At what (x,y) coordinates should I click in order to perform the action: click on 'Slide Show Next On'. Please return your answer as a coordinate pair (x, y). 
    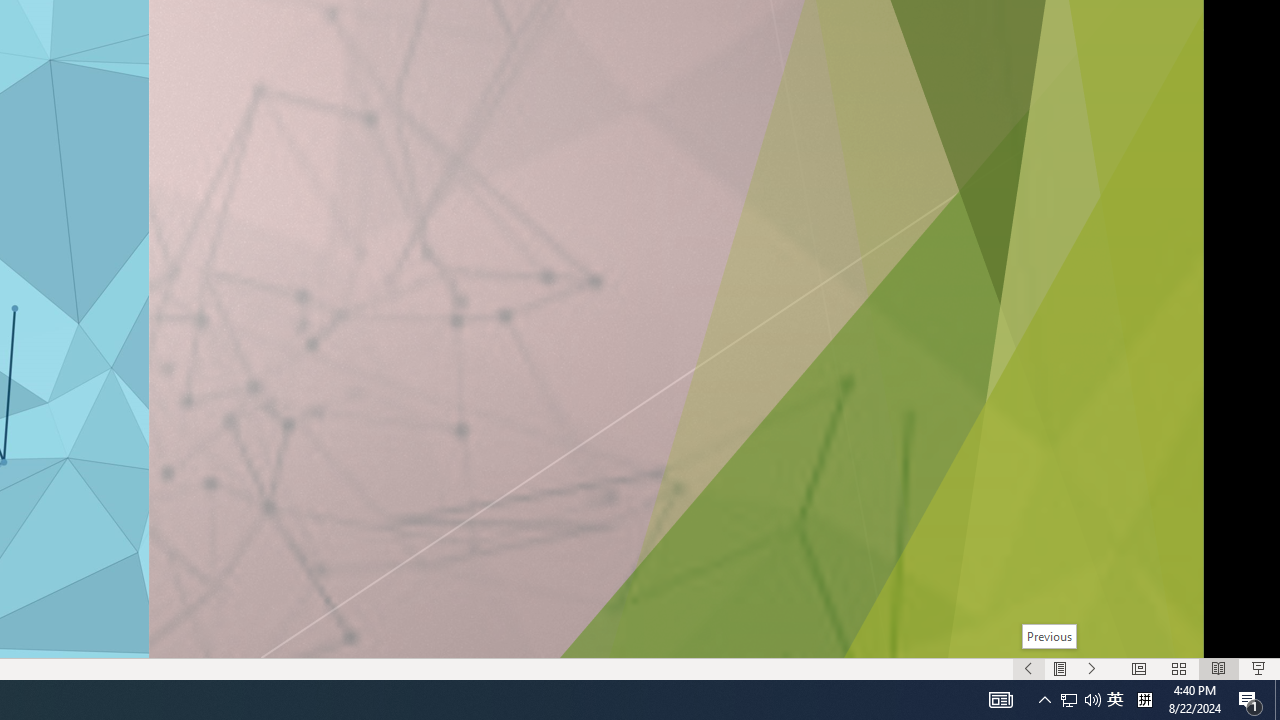
    Looking at the image, I should click on (1091, 669).